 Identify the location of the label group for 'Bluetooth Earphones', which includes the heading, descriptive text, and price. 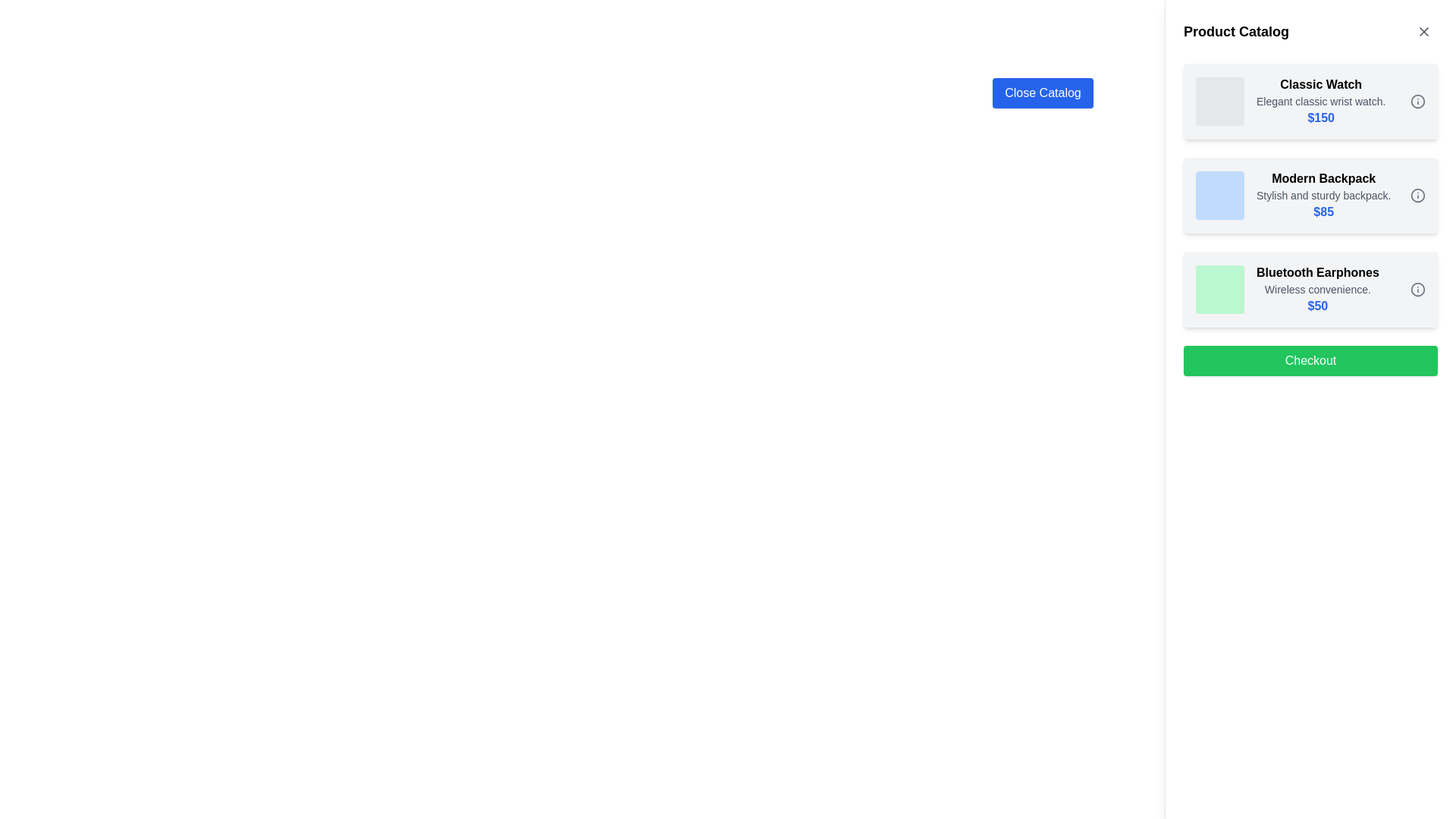
(1316, 289).